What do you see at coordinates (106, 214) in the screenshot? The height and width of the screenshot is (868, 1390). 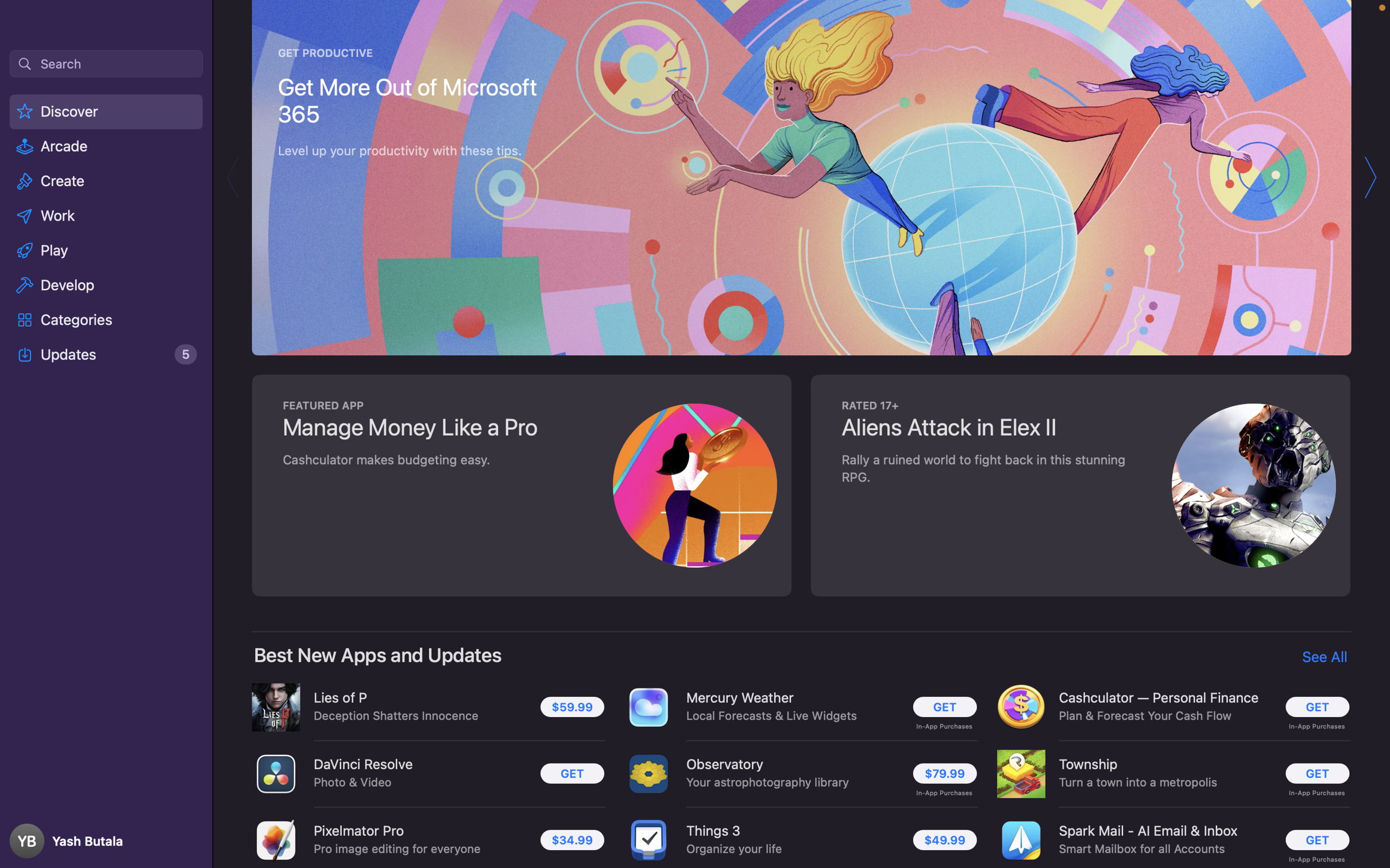 I see `the "Work" label` at bounding box center [106, 214].